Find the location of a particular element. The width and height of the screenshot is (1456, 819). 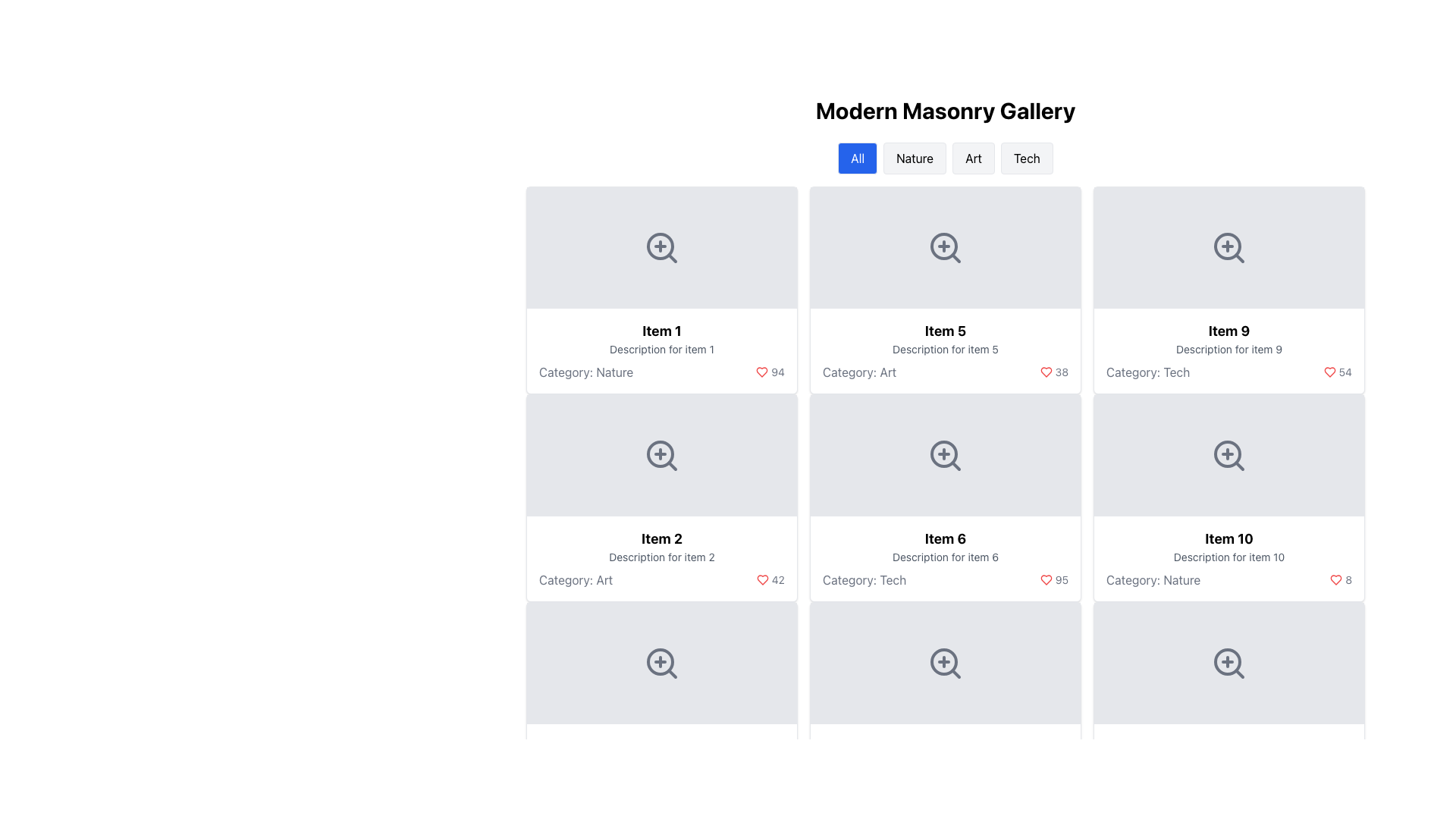

the circular element of the zoom-in icon located in the bottom-right card ('Item 10') of the interface is located at coordinates (1227, 661).